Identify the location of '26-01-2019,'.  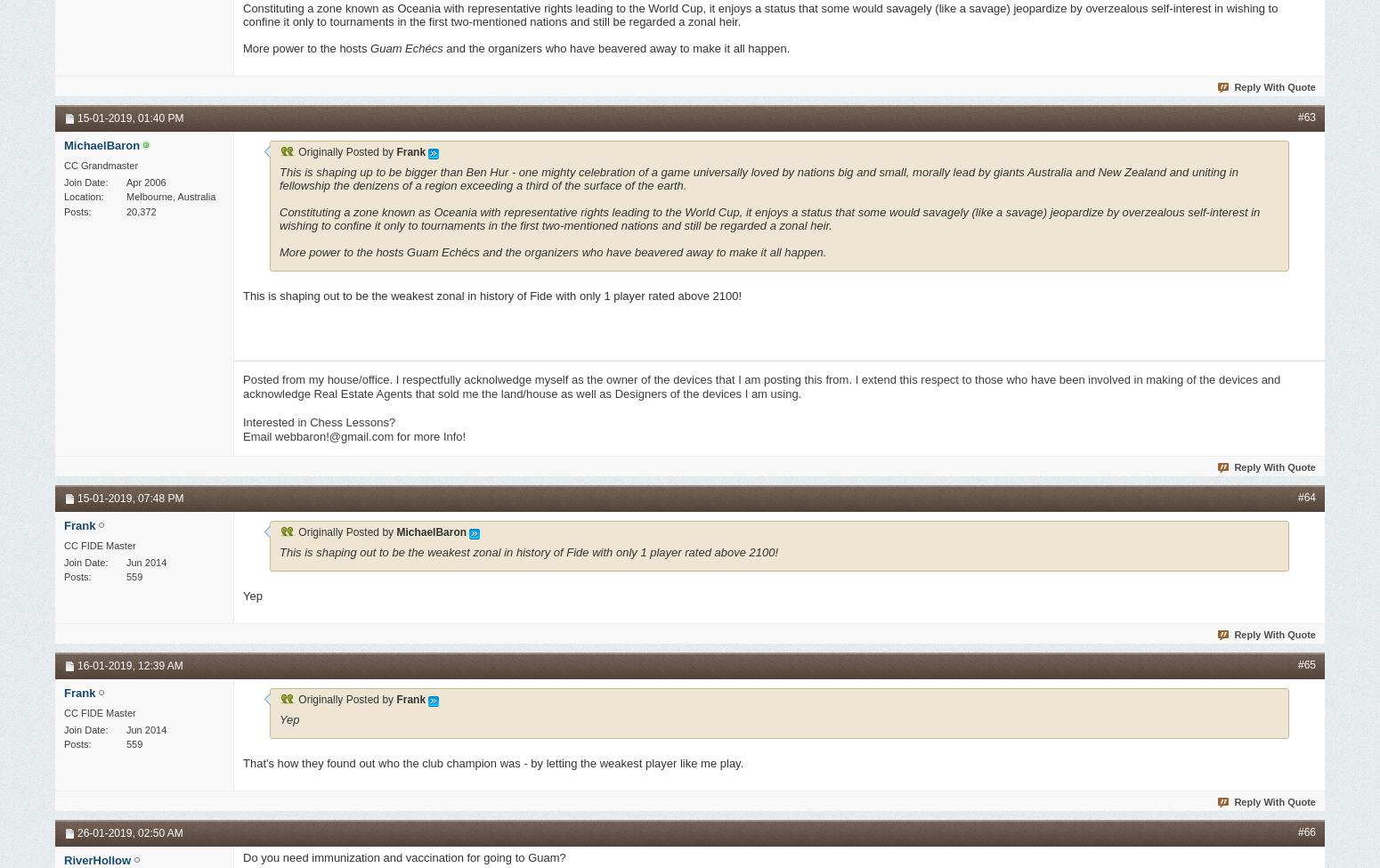
(108, 832).